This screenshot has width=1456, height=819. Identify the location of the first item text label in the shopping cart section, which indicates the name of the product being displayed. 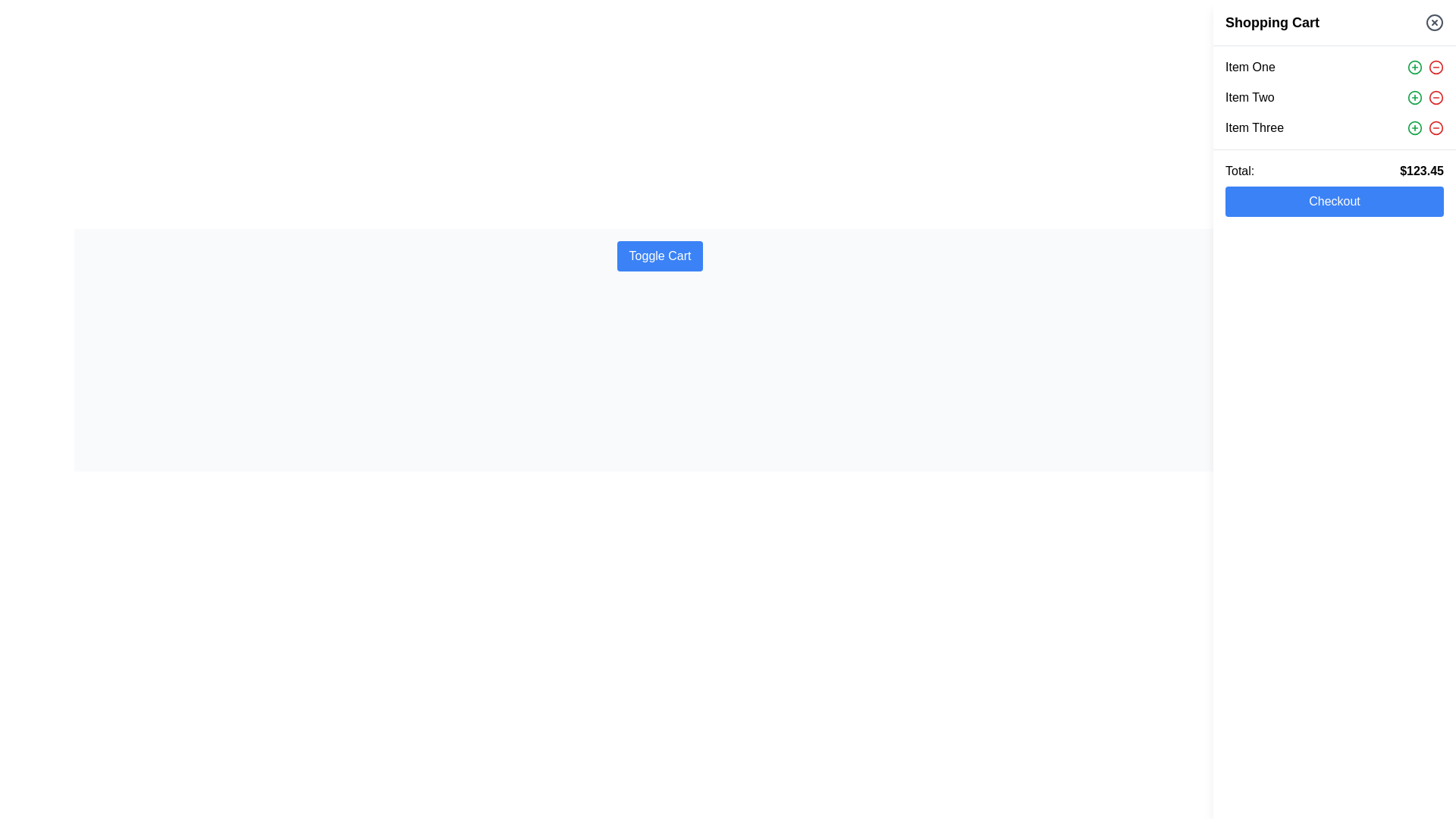
(1250, 66).